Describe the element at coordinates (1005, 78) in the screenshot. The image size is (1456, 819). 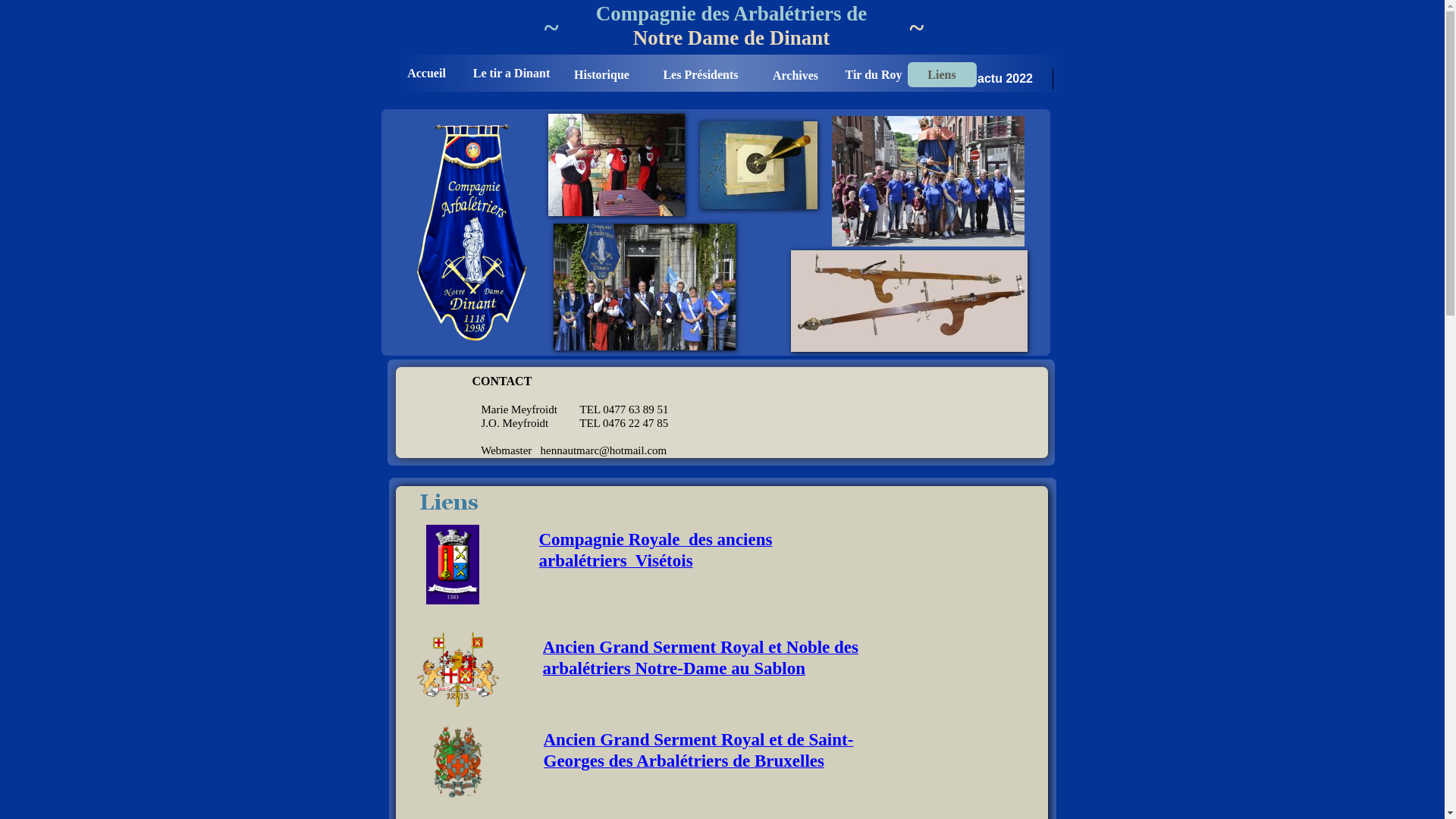
I see `'actu 2022'` at that location.